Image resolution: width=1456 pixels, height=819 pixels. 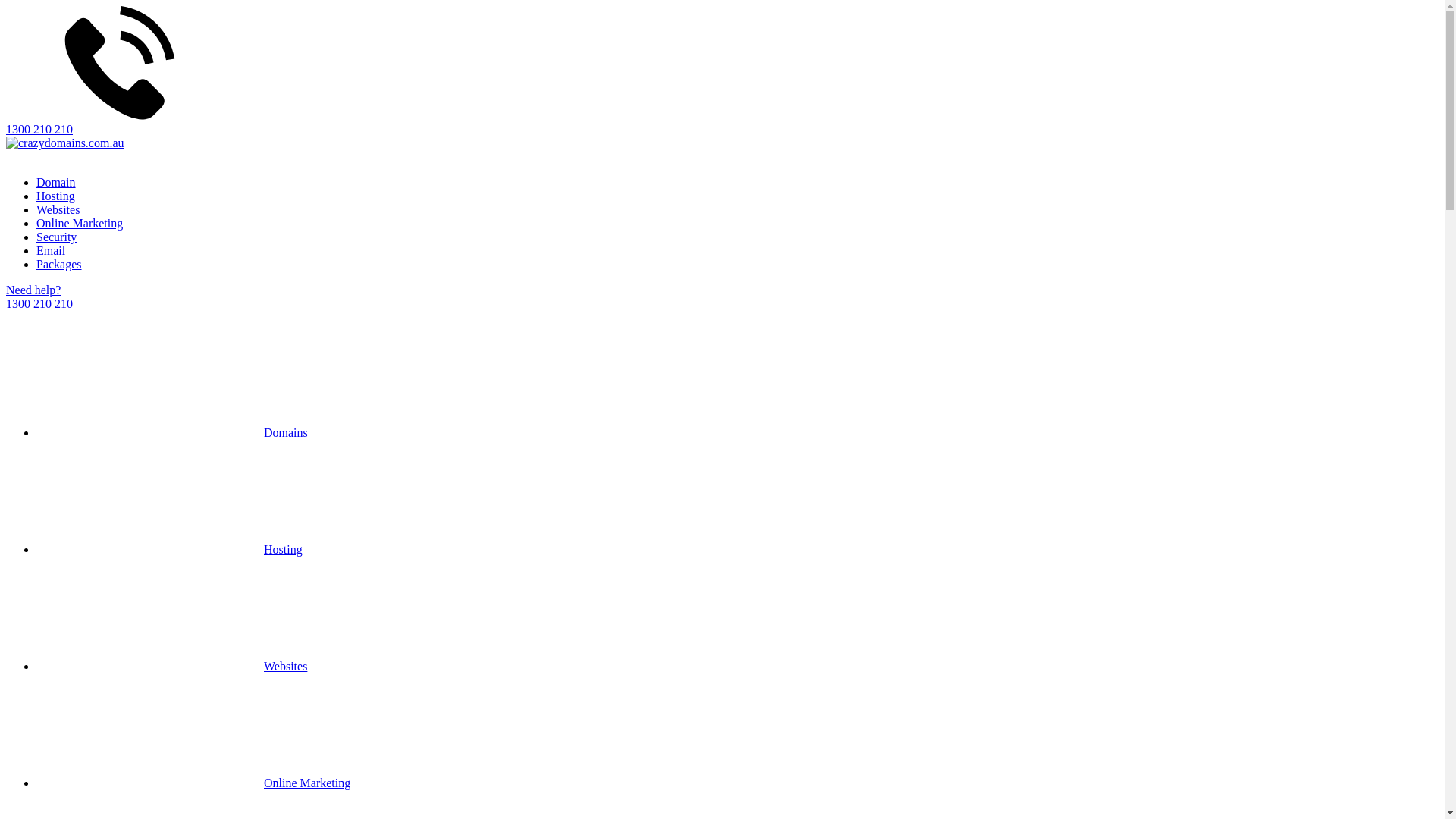 What do you see at coordinates (36, 181) in the screenshot?
I see `'Domain'` at bounding box center [36, 181].